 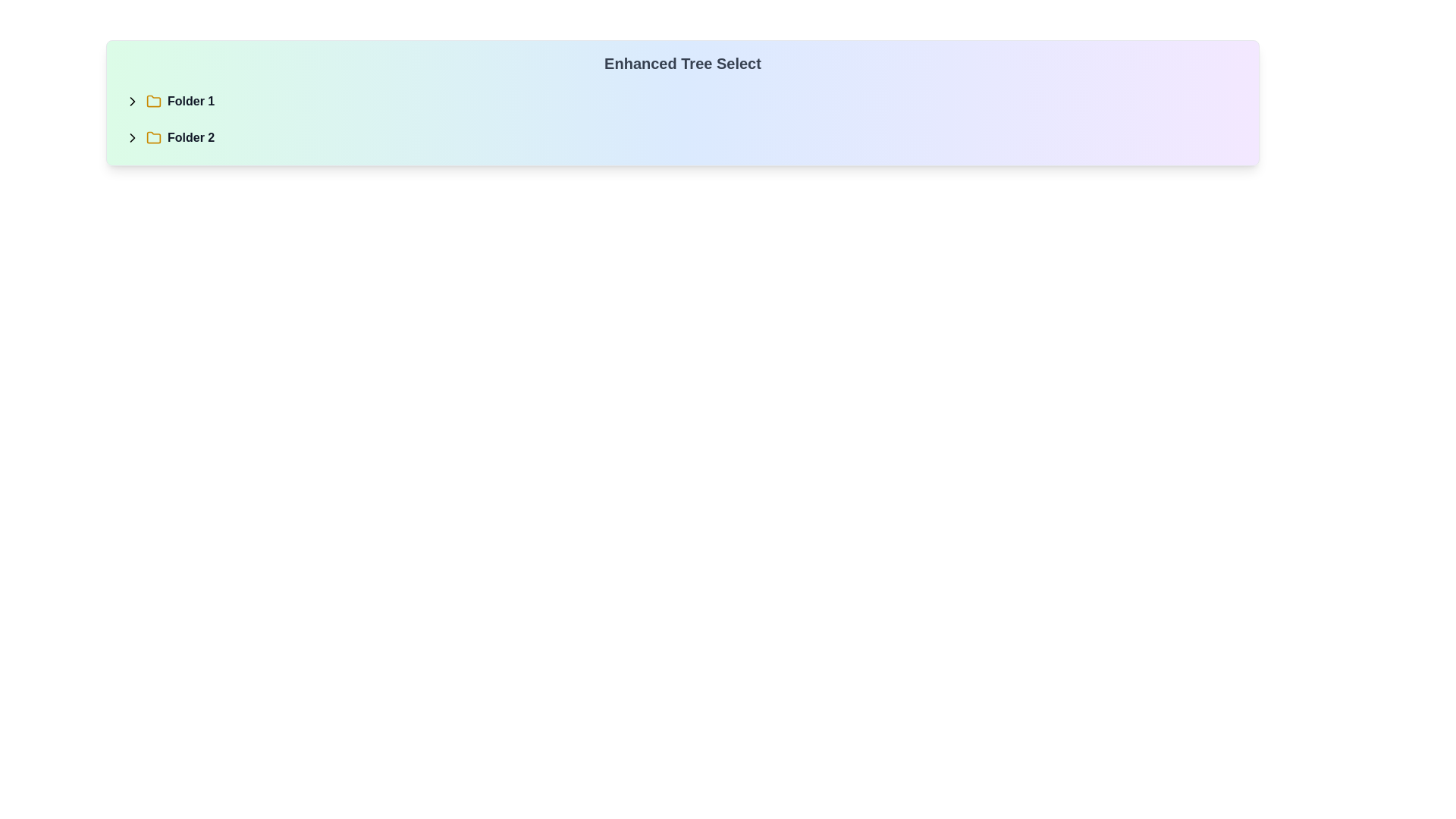 I want to click on the label representing the folder in the first list item of the sidebar menu, so click(x=190, y=102).